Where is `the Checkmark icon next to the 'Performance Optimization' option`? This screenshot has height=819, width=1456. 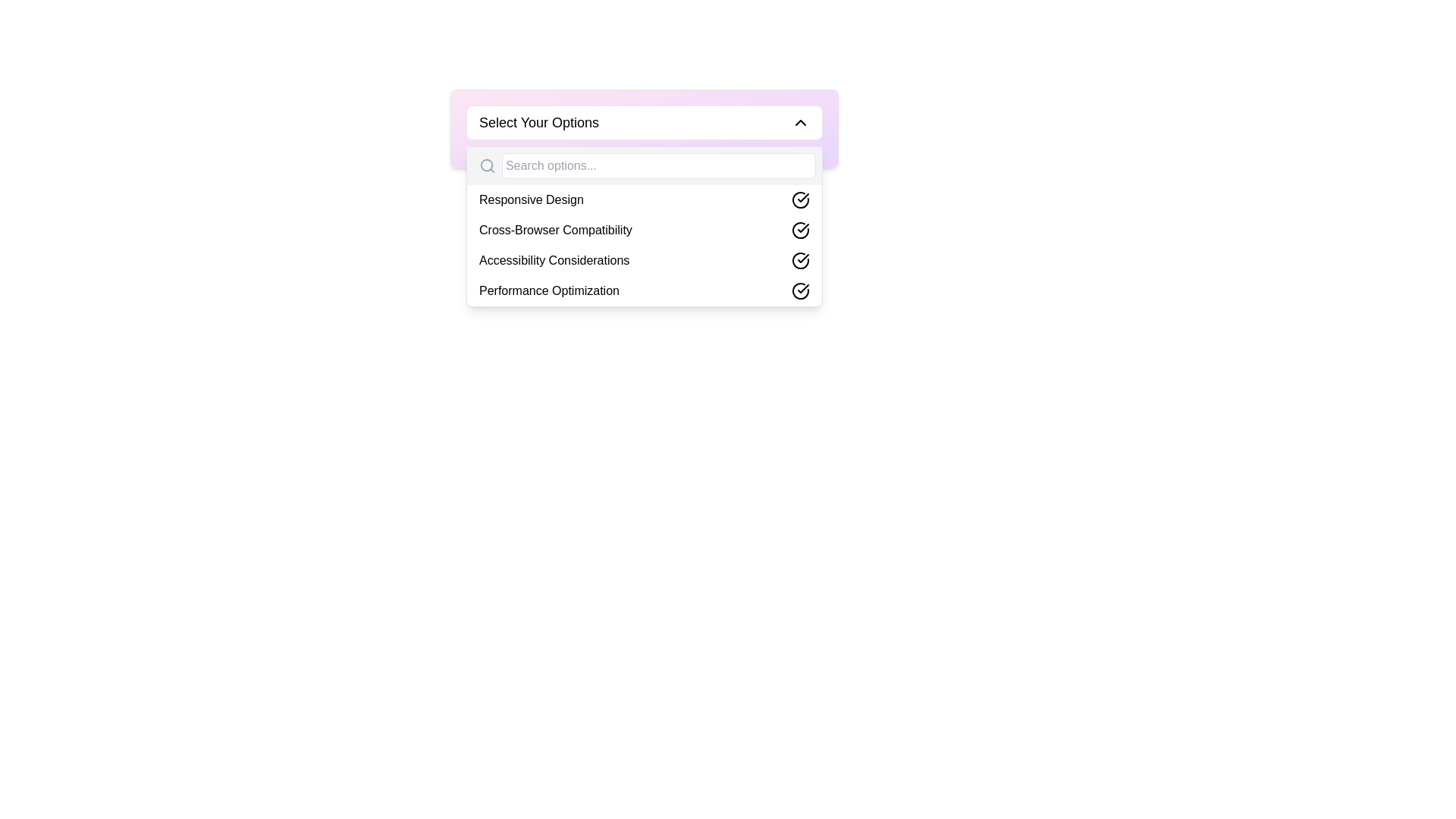 the Checkmark icon next to the 'Performance Optimization' option is located at coordinates (800, 291).